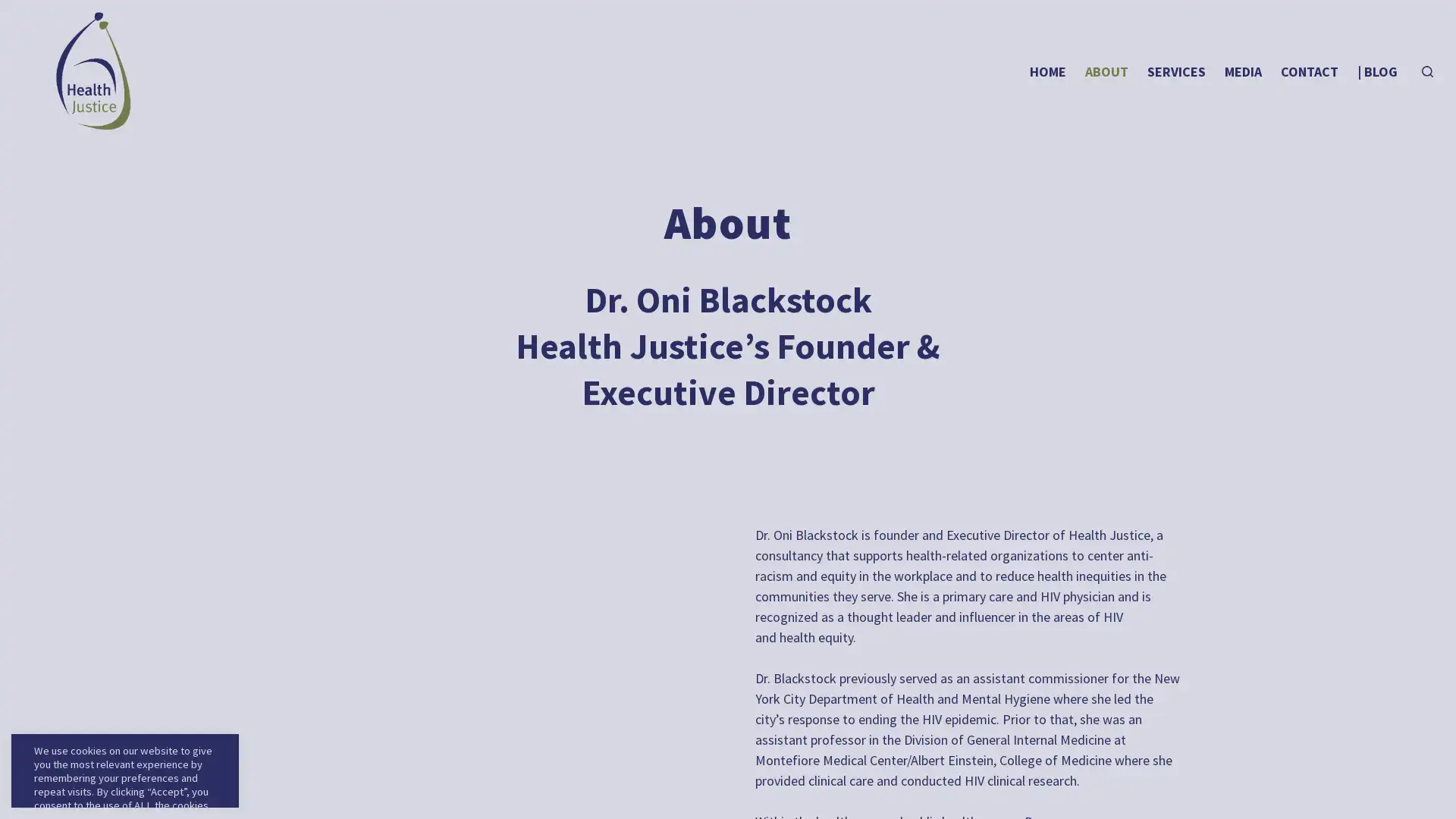 This screenshot has width=1456, height=819. Describe the element at coordinates (1426, 71) in the screenshot. I see `Open search form` at that location.